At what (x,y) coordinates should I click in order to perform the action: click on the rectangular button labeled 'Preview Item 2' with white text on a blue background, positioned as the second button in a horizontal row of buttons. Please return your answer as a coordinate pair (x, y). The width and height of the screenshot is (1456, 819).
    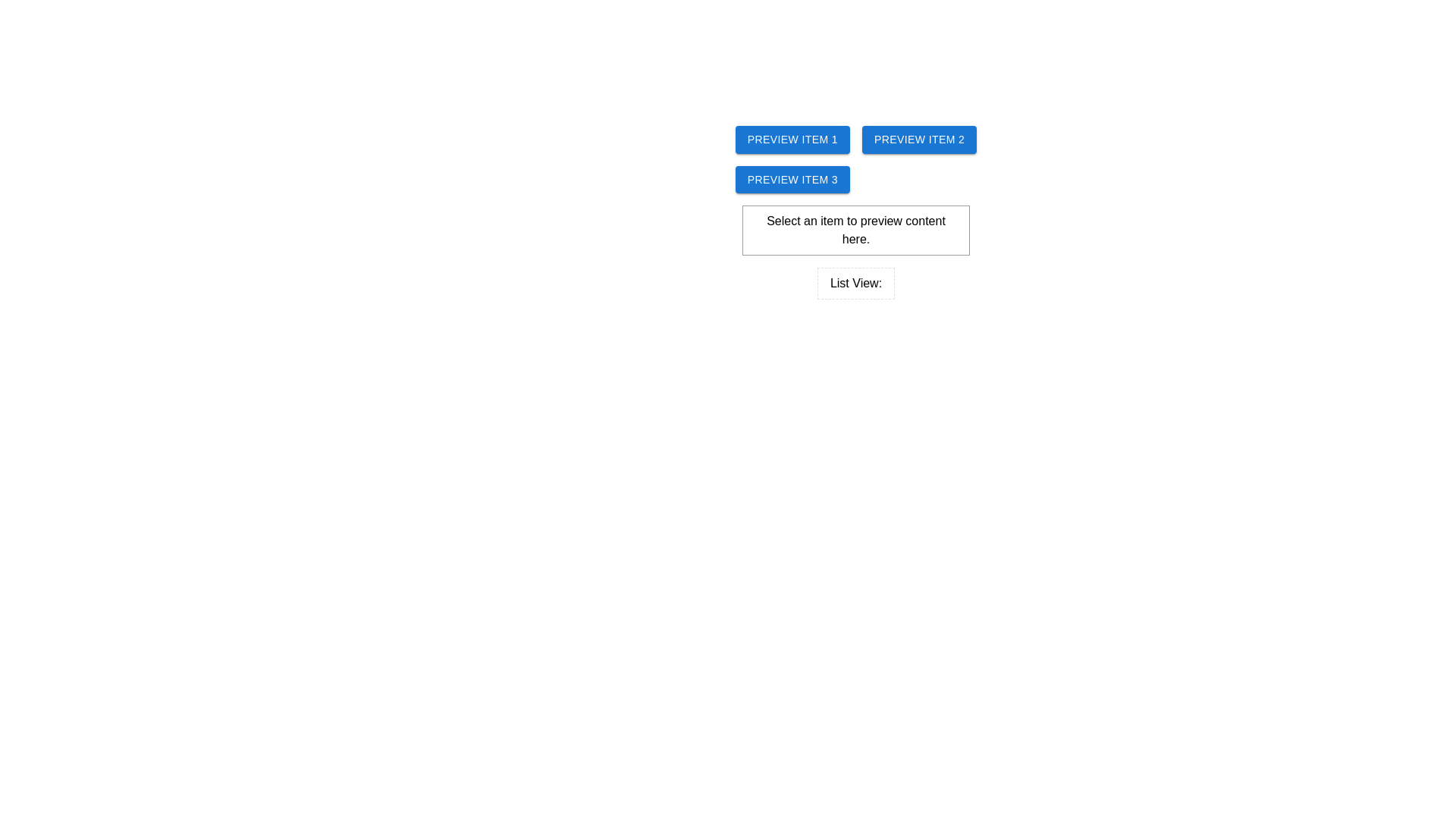
    Looking at the image, I should click on (918, 140).